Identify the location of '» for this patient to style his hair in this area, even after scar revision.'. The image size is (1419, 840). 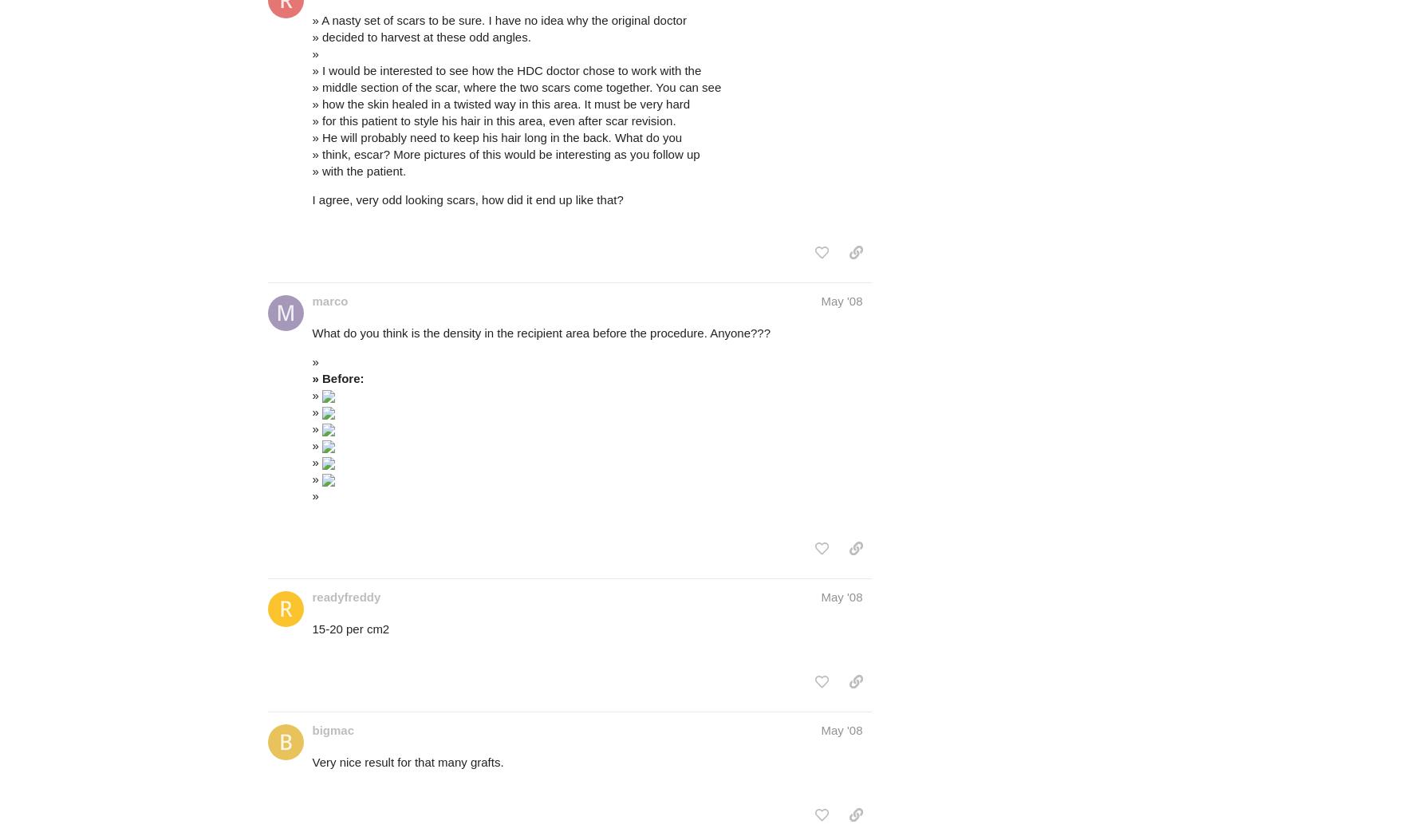
(311, 120).